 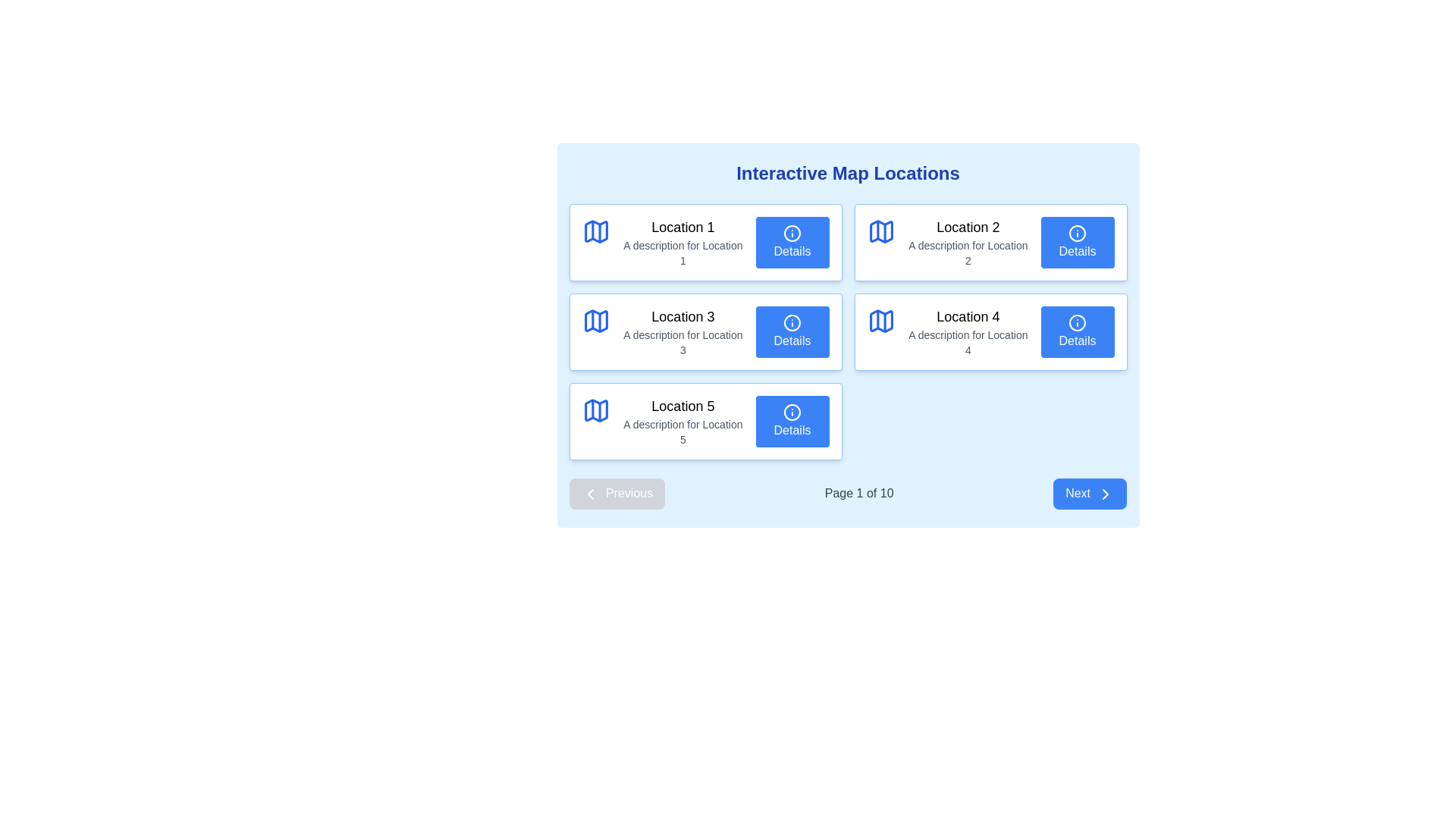 What do you see at coordinates (1106, 494) in the screenshot?
I see `the rightward-pointing chevron arrow icon, which is part of the 'Next' button located at the bottom-right corner of the interface` at bounding box center [1106, 494].